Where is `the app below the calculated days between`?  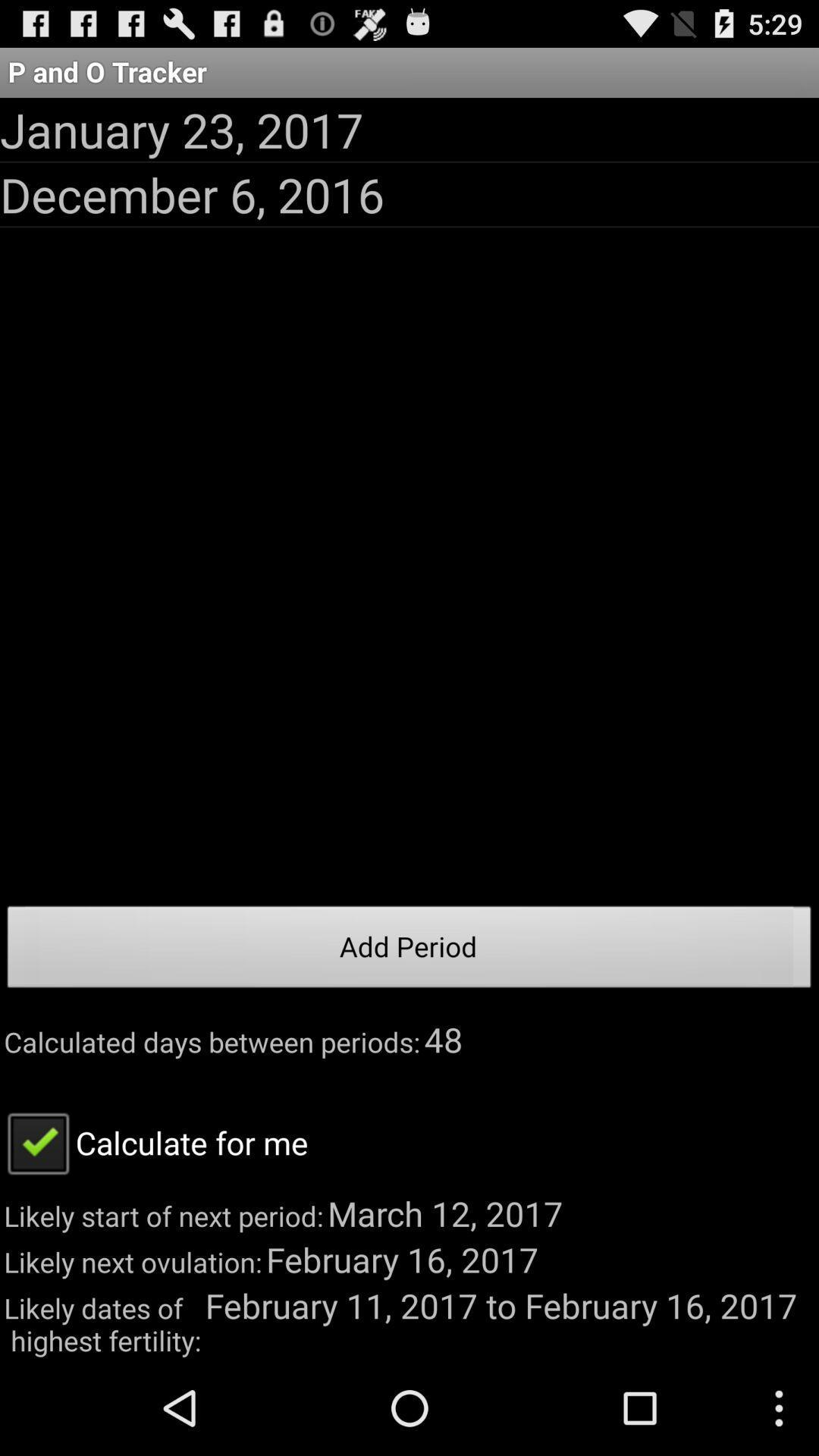
the app below the calculated days between is located at coordinates (154, 1142).